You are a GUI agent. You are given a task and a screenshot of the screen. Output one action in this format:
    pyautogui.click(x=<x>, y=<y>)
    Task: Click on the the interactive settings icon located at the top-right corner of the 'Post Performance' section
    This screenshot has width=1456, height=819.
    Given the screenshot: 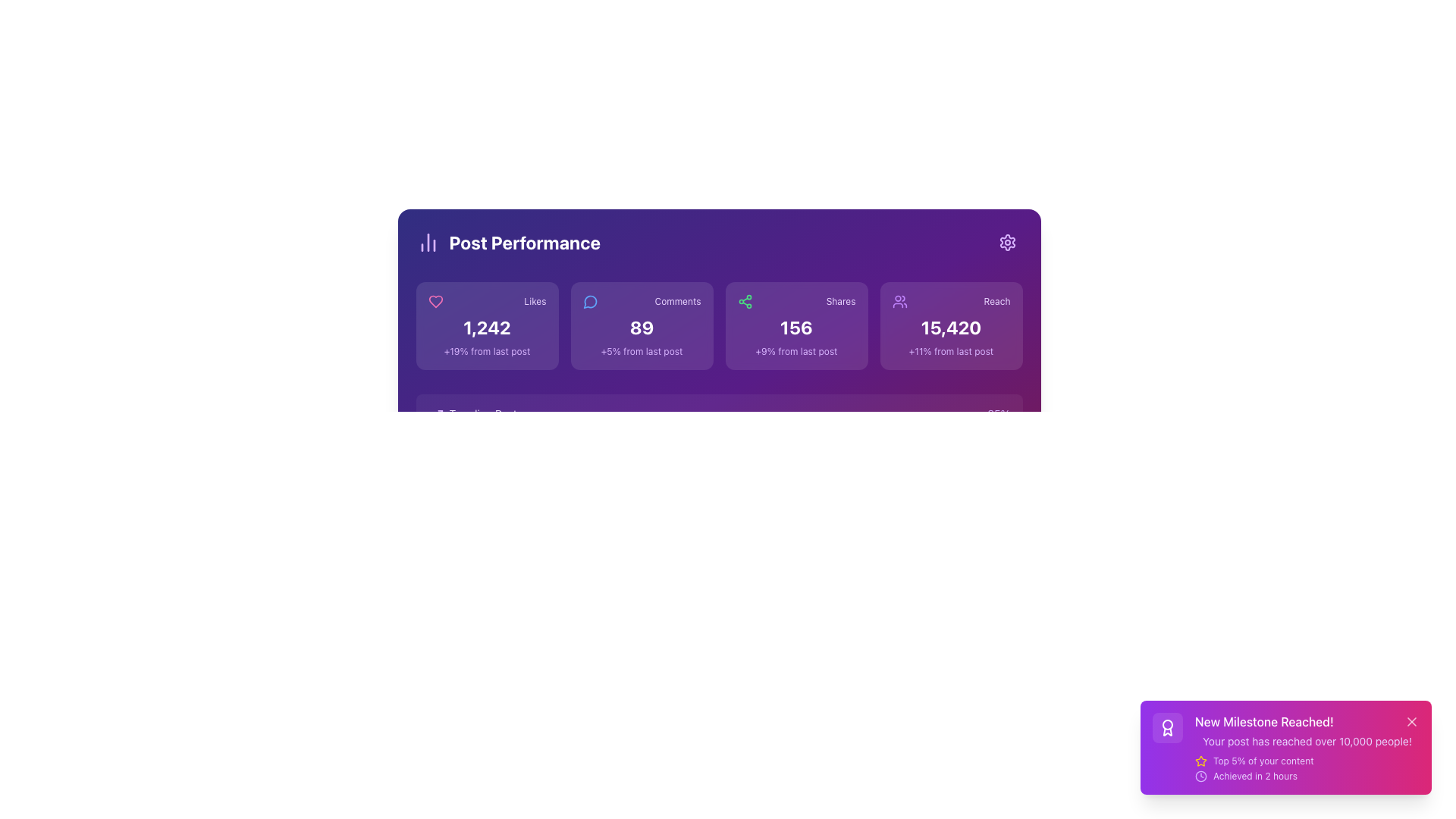 What is the action you would take?
    pyautogui.click(x=1007, y=242)
    